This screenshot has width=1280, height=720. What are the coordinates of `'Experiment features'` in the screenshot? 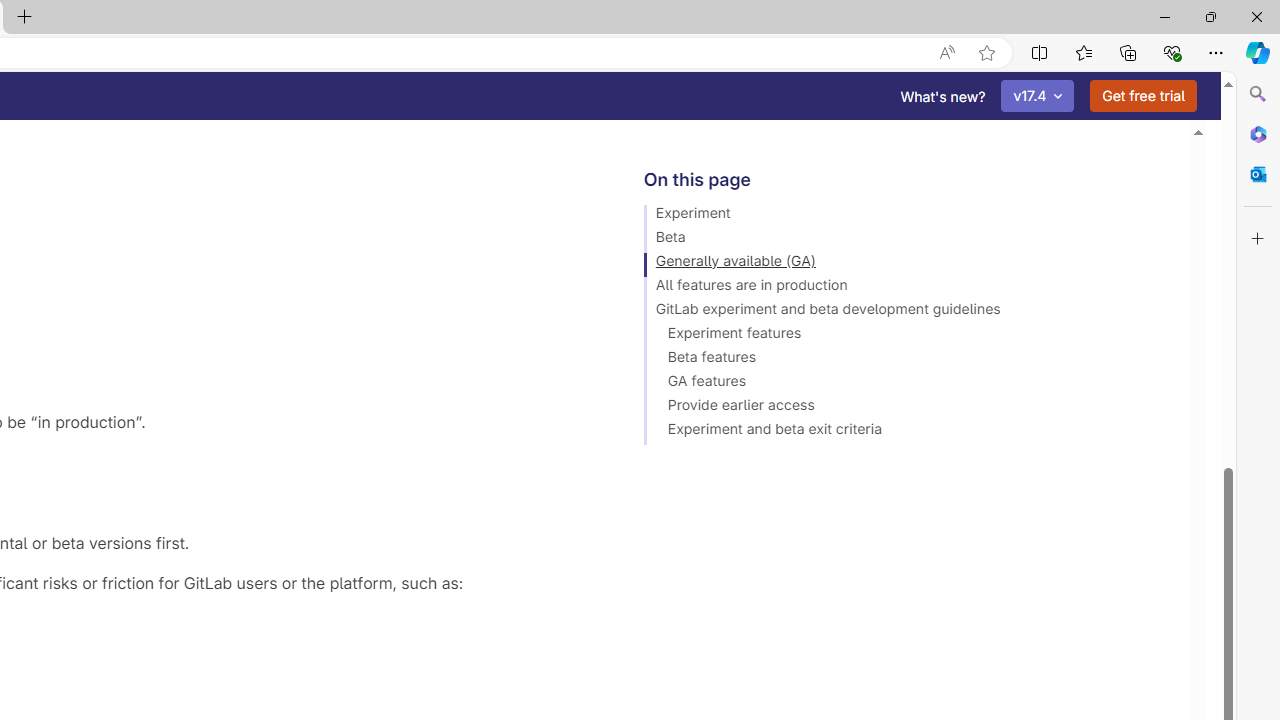 It's located at (907, 335).